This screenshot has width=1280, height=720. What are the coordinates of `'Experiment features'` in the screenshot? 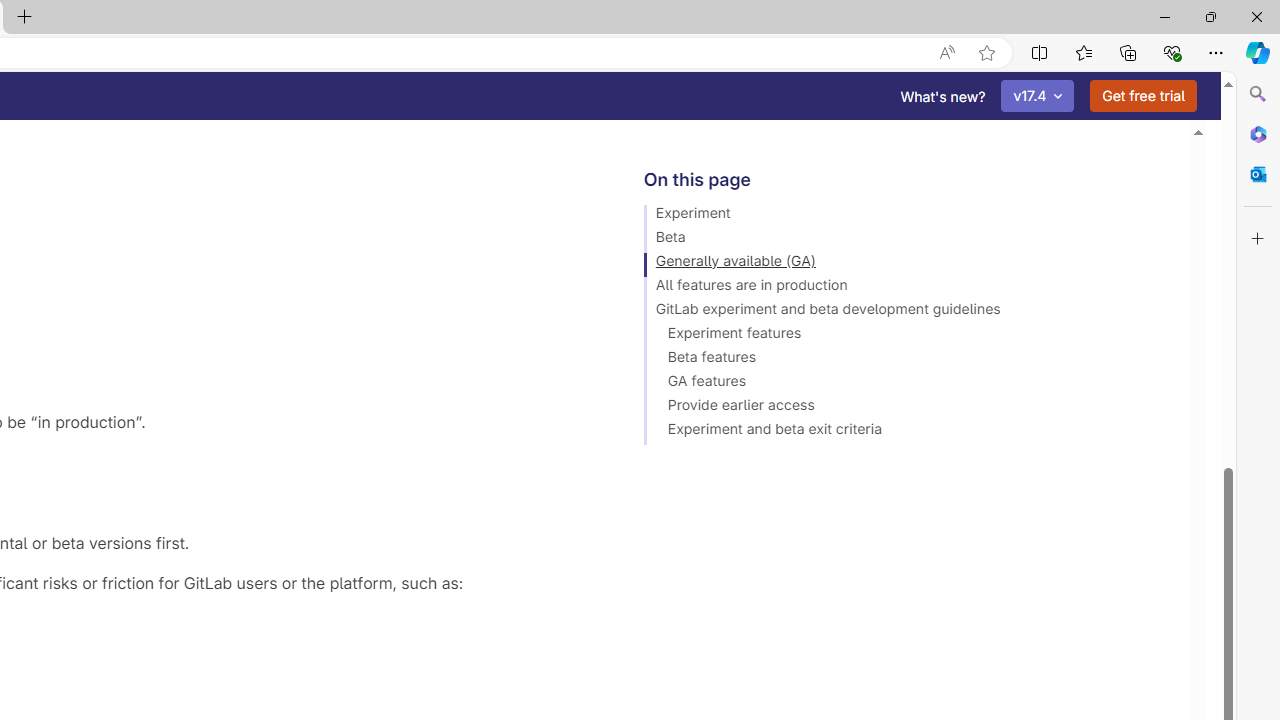 It's located at (907, 335).